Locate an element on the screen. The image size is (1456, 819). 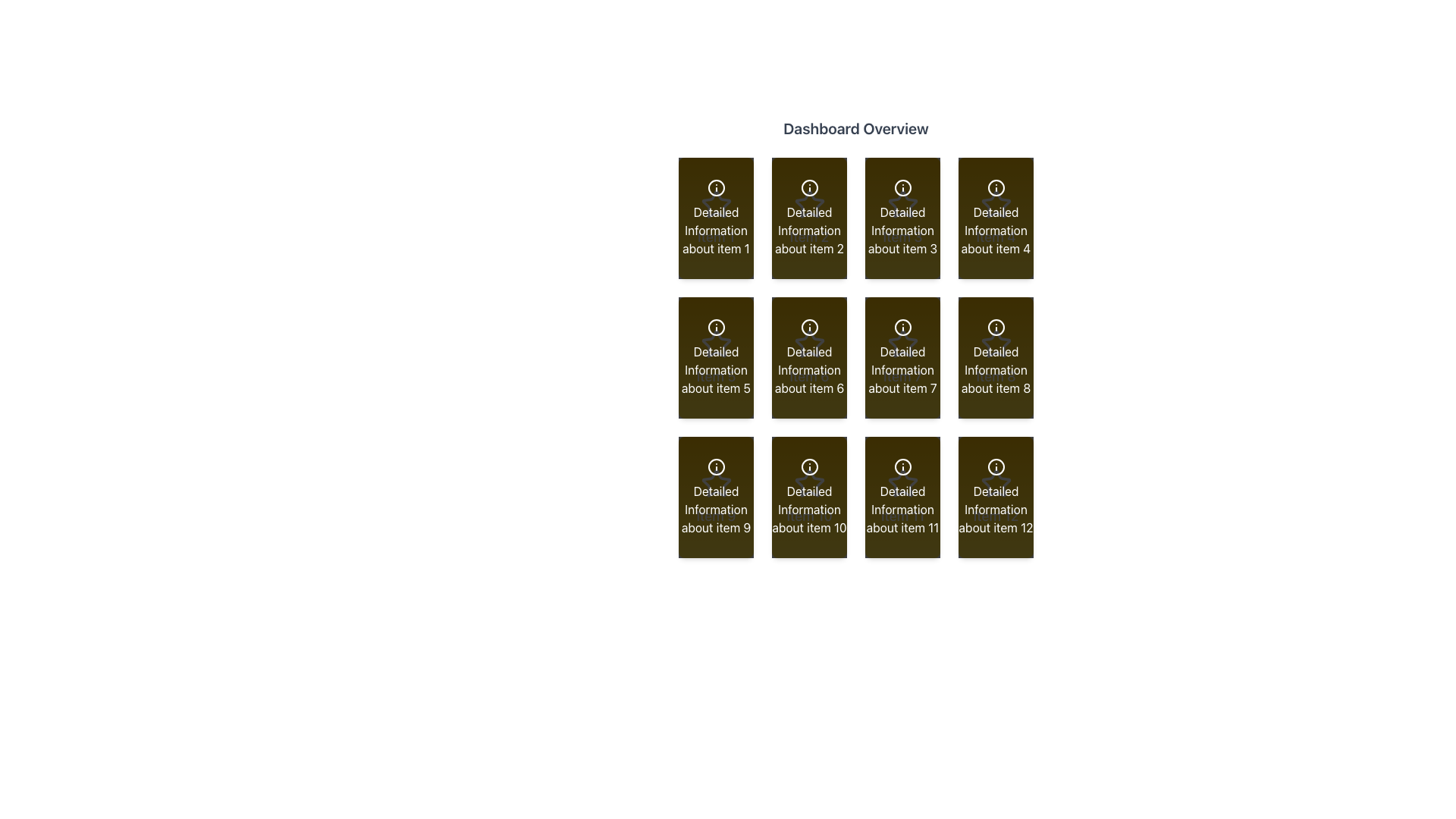
the Tile displaying information about 'Item 6' located in the second row and second column of a 4x3 grid layout is located at coordinates (808, 357).